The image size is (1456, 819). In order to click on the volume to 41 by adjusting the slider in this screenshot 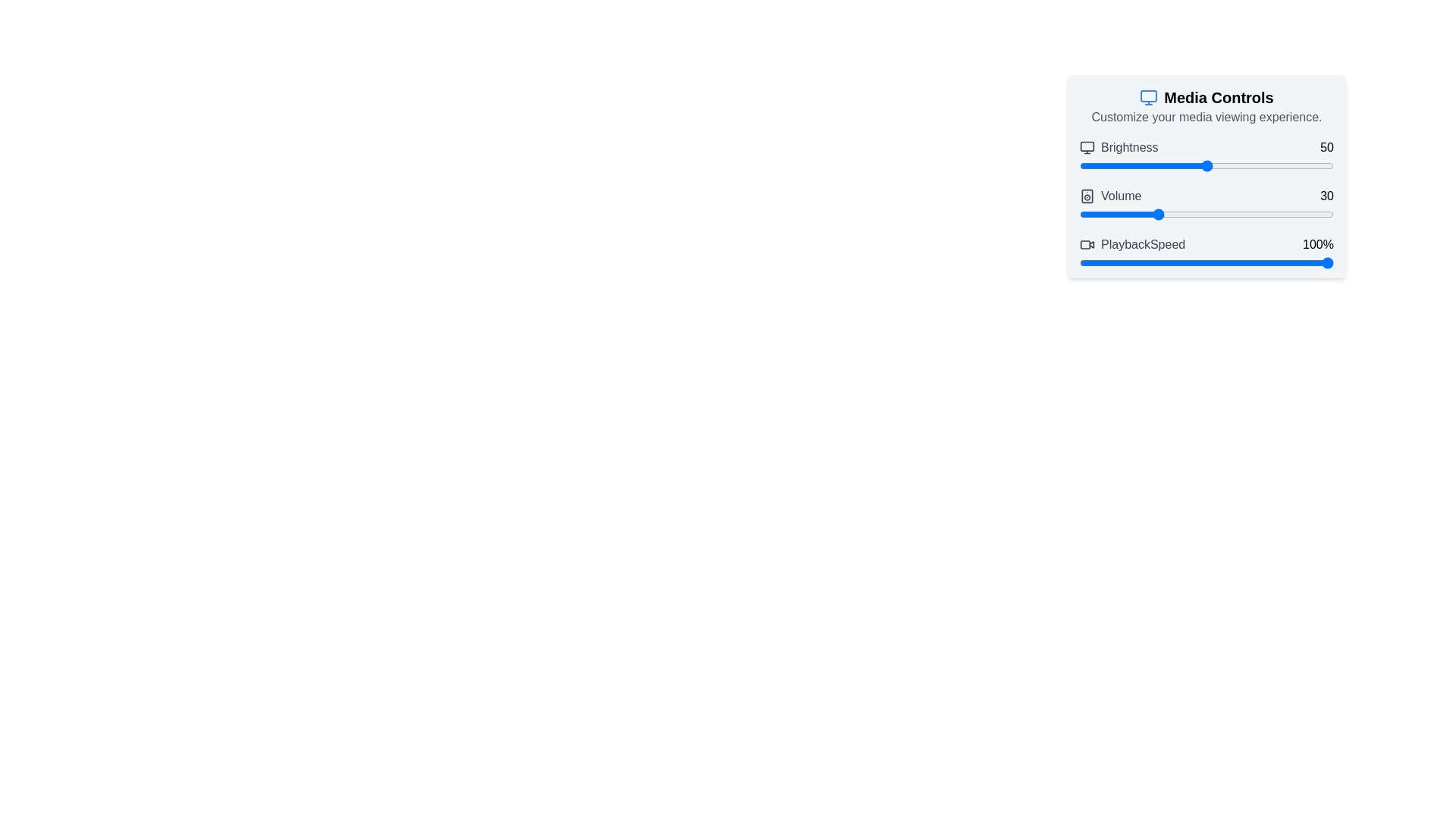, I will do `click(1183, 214)`.